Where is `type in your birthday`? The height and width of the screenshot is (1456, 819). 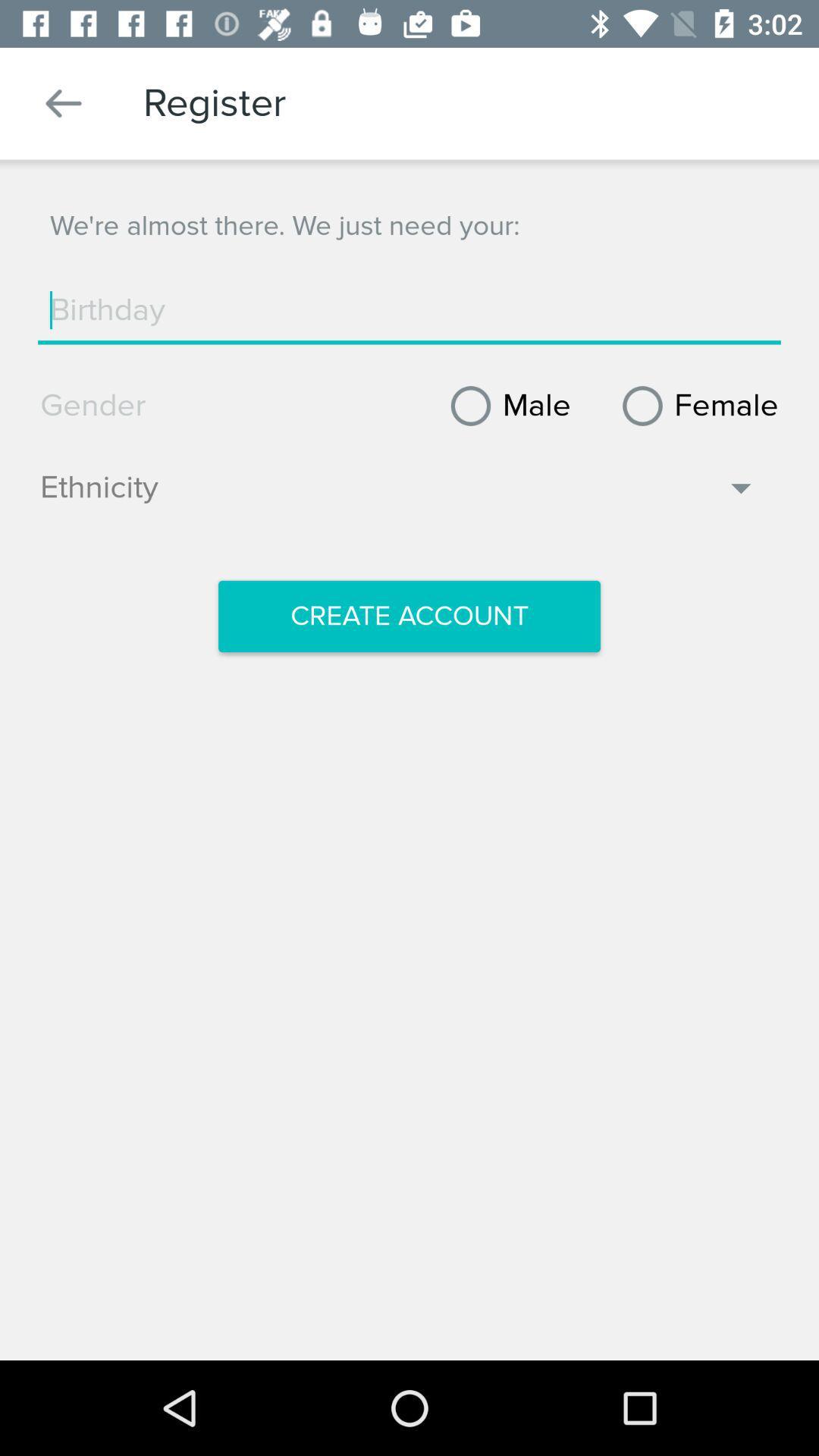
type in your birthday is located at coordinates (409, 309).